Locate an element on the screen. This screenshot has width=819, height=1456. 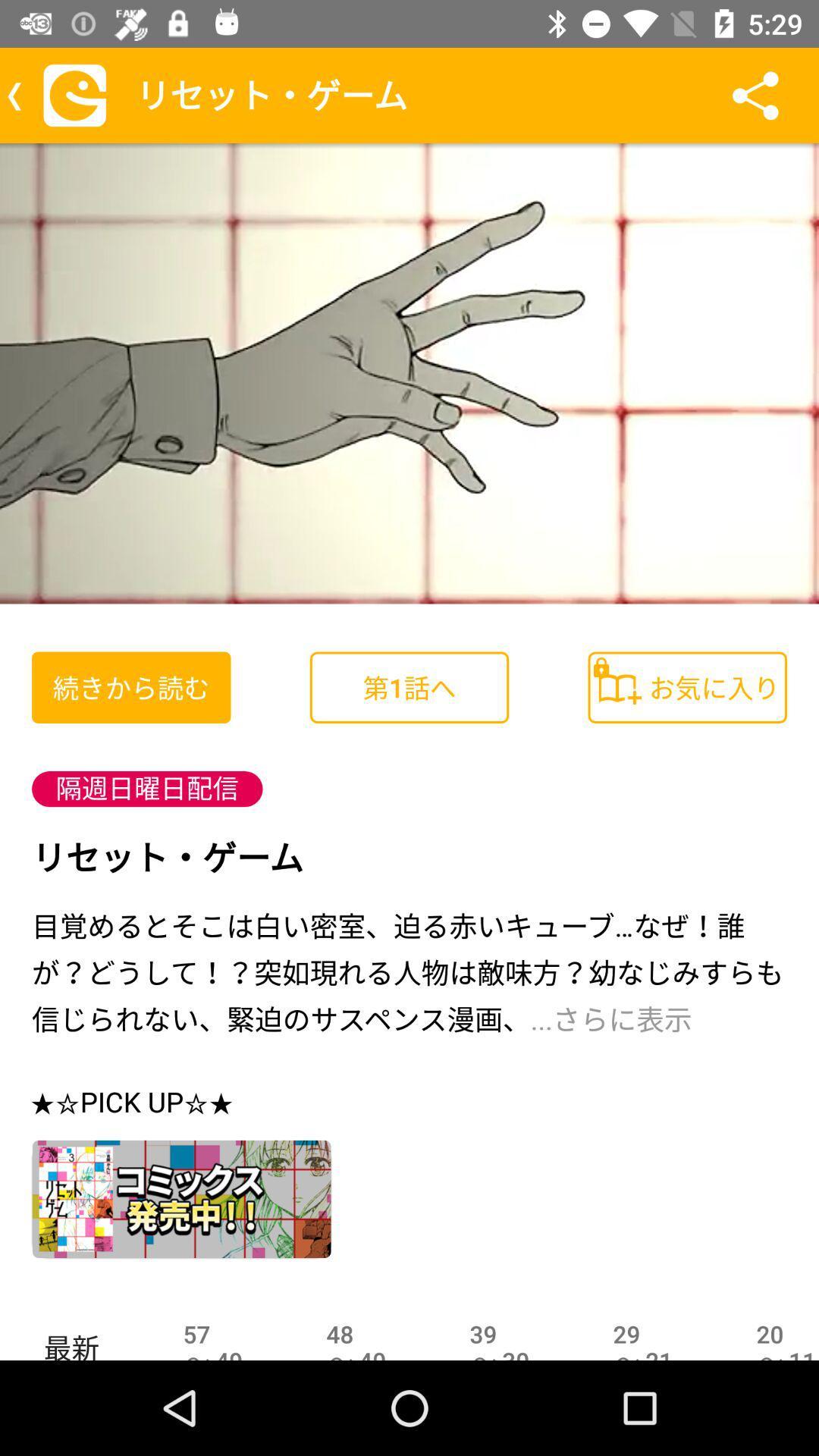
the share button on right corner is located at coordinates (755, 94).